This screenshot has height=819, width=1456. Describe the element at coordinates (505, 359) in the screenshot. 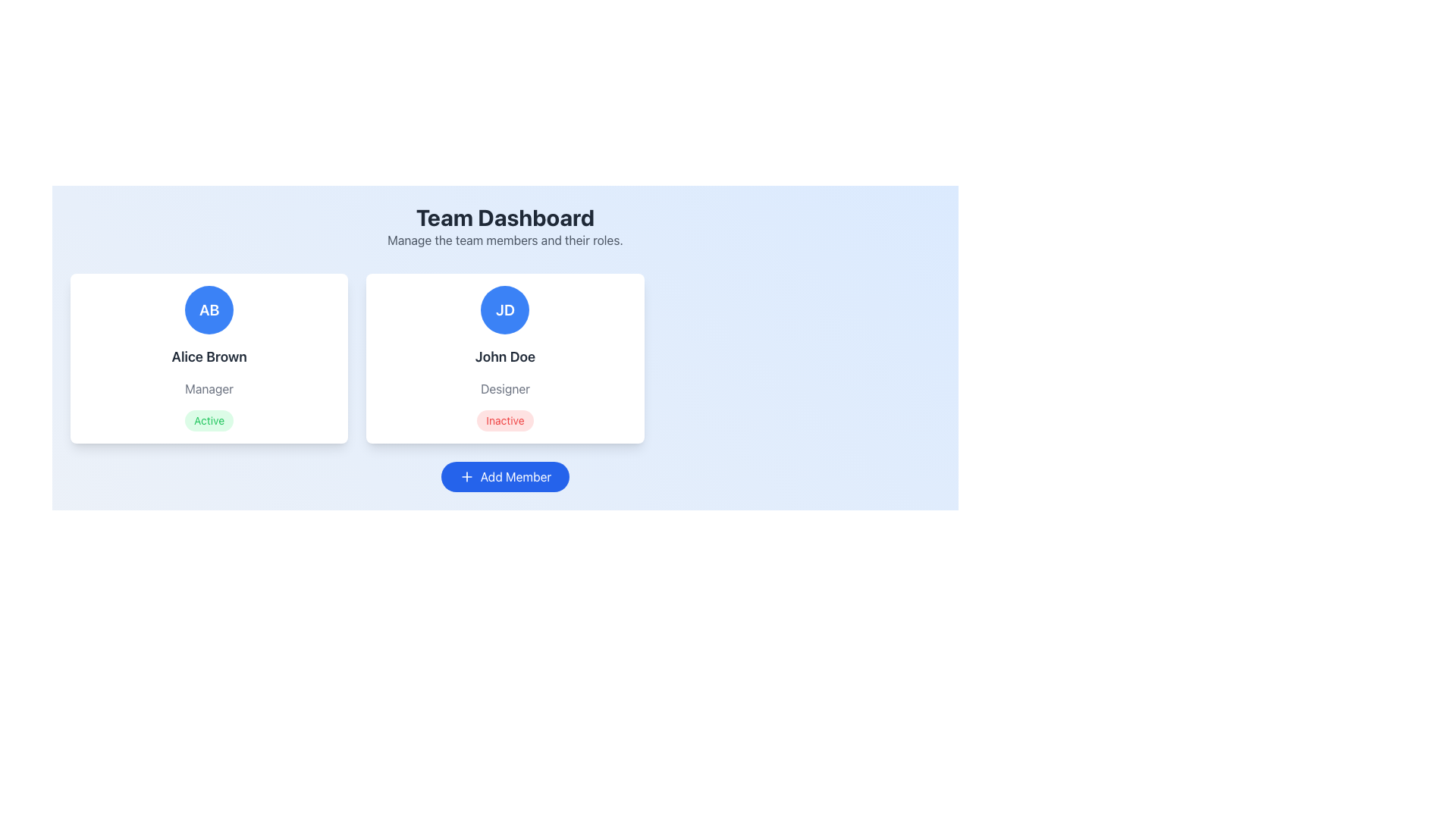

I see `the card component displaying 'John Doe' with the badge 'Inactive' at the bottom, which is the second card in the grid layout under 'Team Dashboard'` at that location.